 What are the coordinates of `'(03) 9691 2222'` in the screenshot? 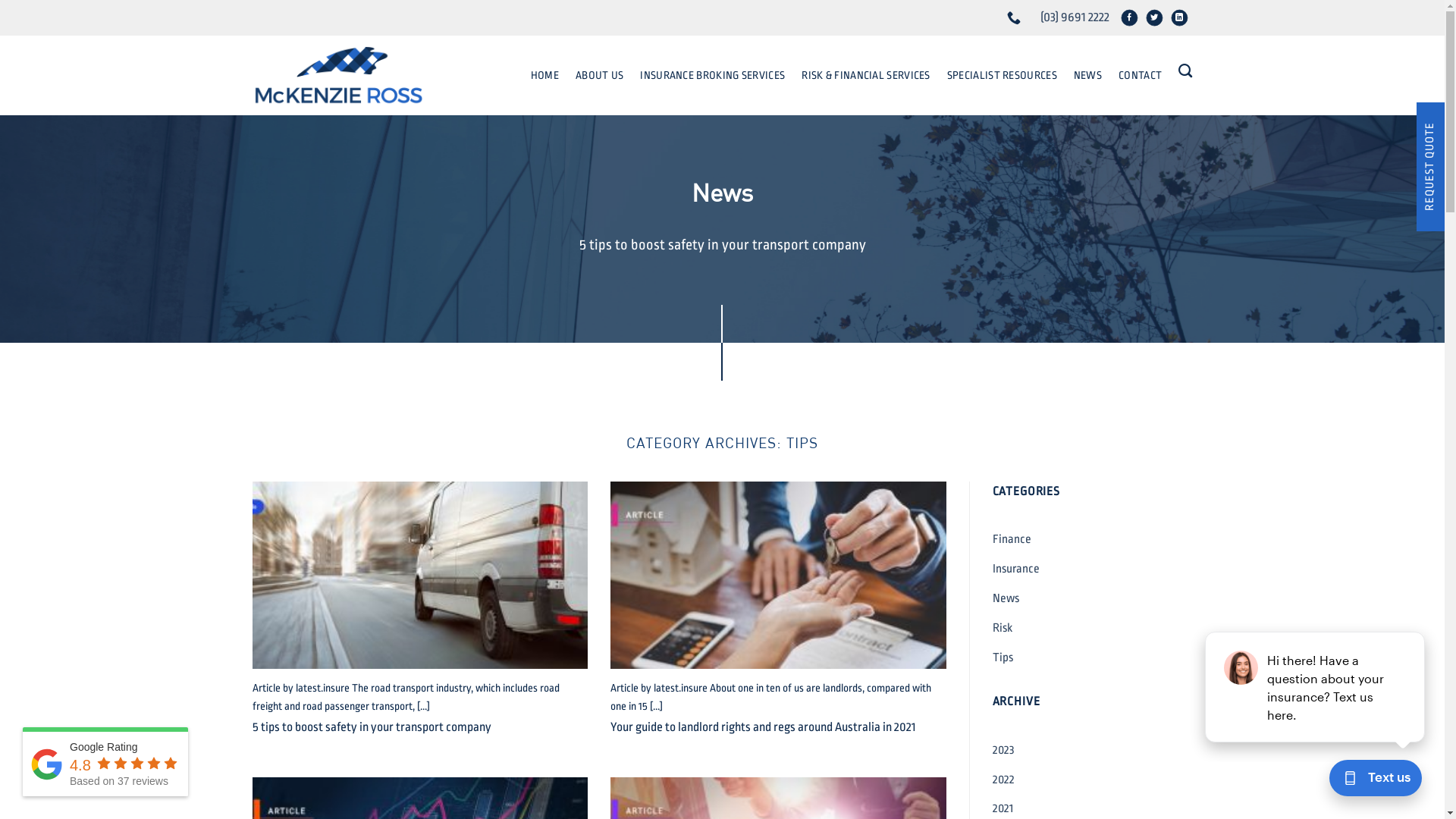 It's located at (1074, 17).